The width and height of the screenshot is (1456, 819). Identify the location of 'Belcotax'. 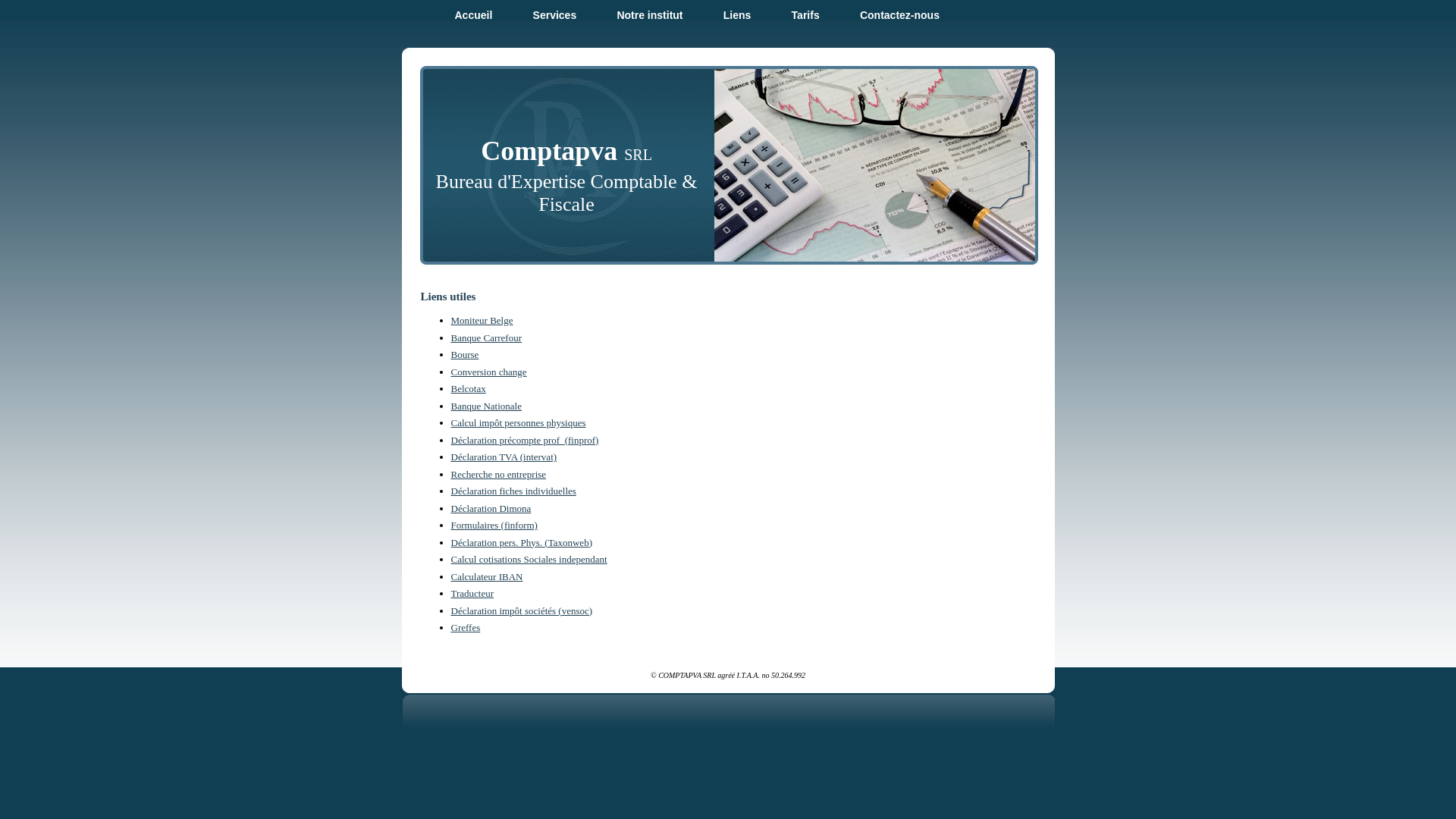
(467, 388).